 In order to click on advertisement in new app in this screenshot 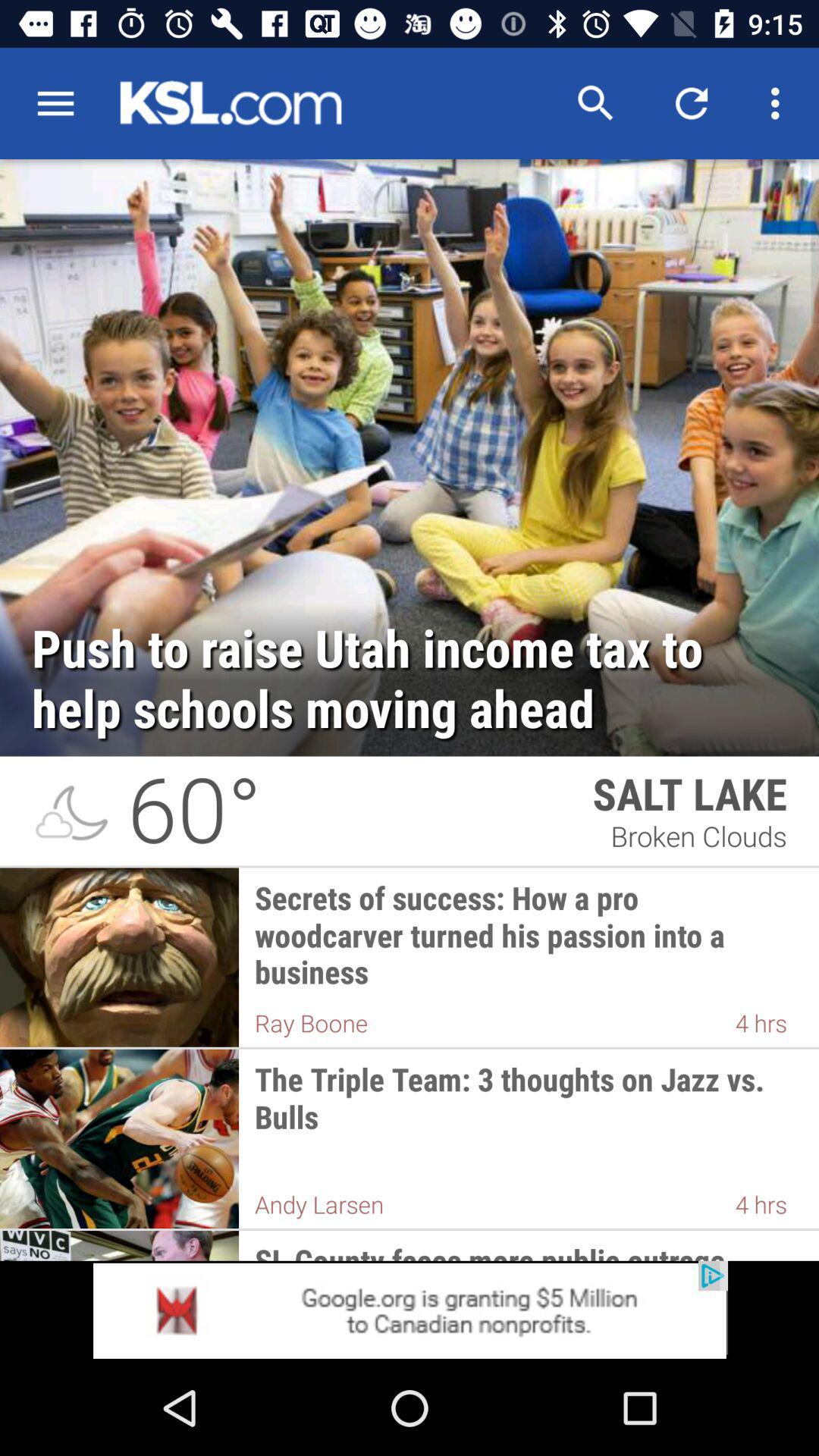, I will do `click(409, 1310)`.